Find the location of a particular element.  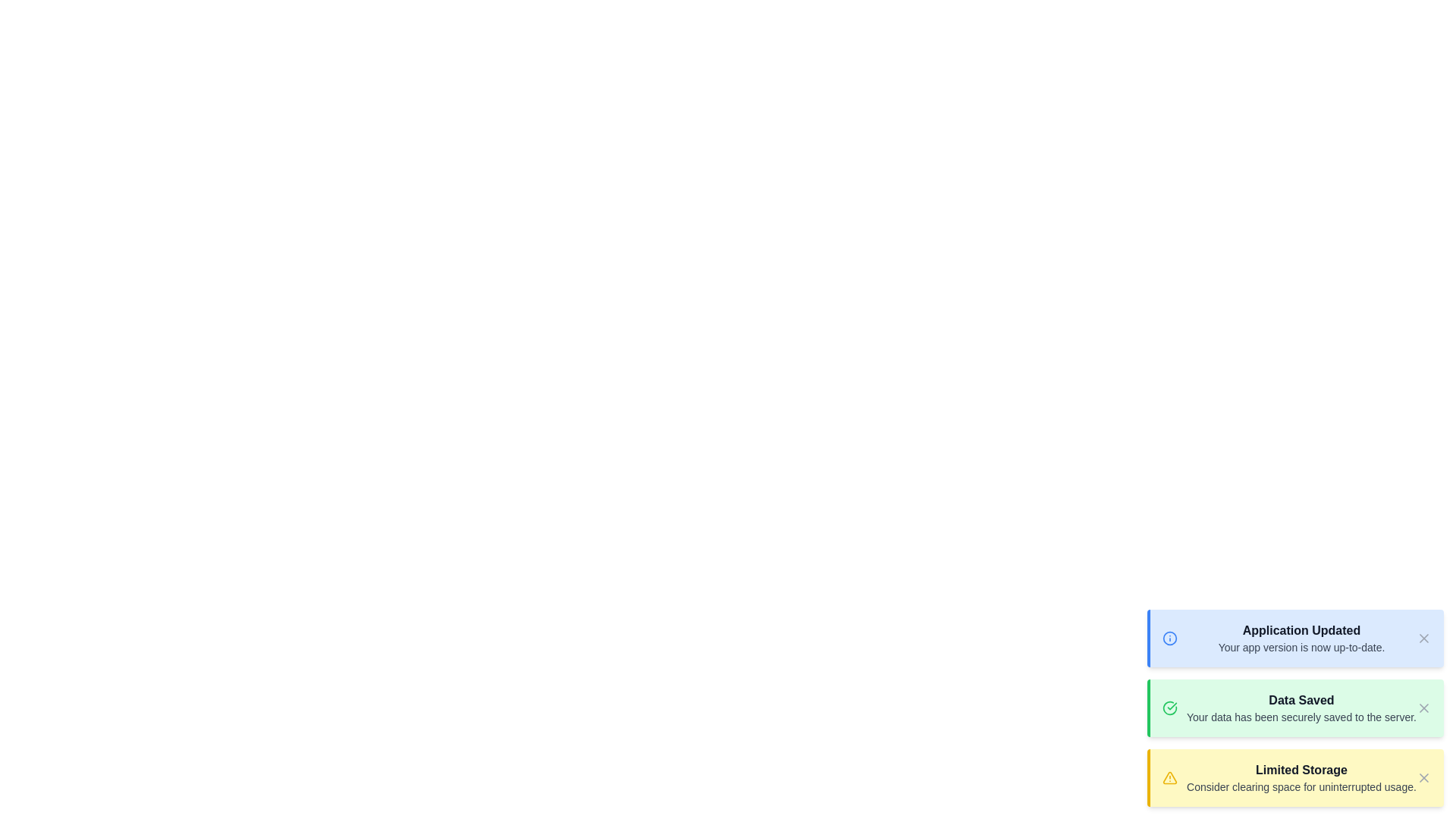

the close button of the notification with the title Application Updated is located at coordinates (1423, 638).